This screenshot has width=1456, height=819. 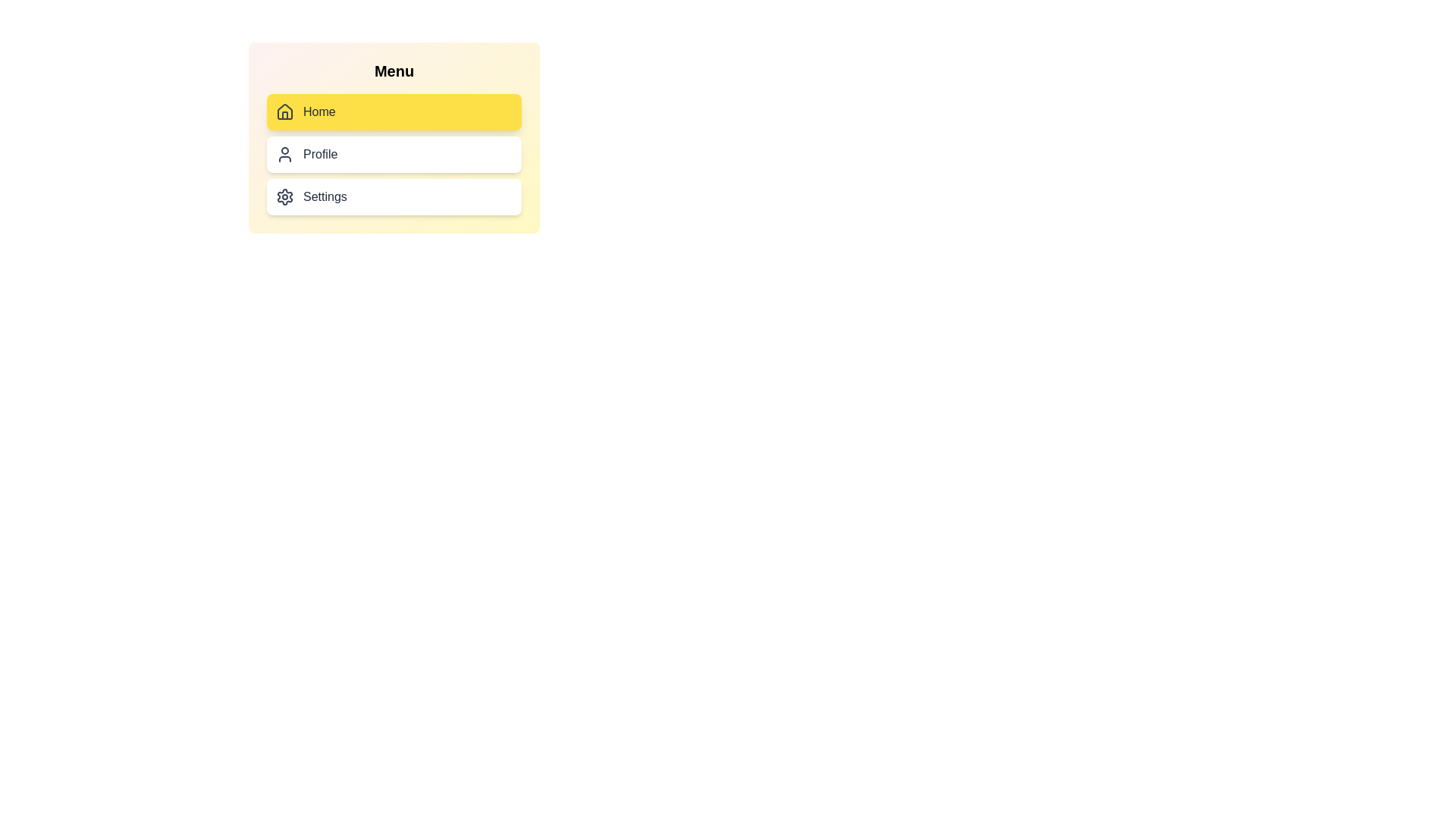 What do you see at coordinates (394, 155) in the screenshot?
I see `the navigation menu item Profile by clicking on it` at bounding box center [394, 155].